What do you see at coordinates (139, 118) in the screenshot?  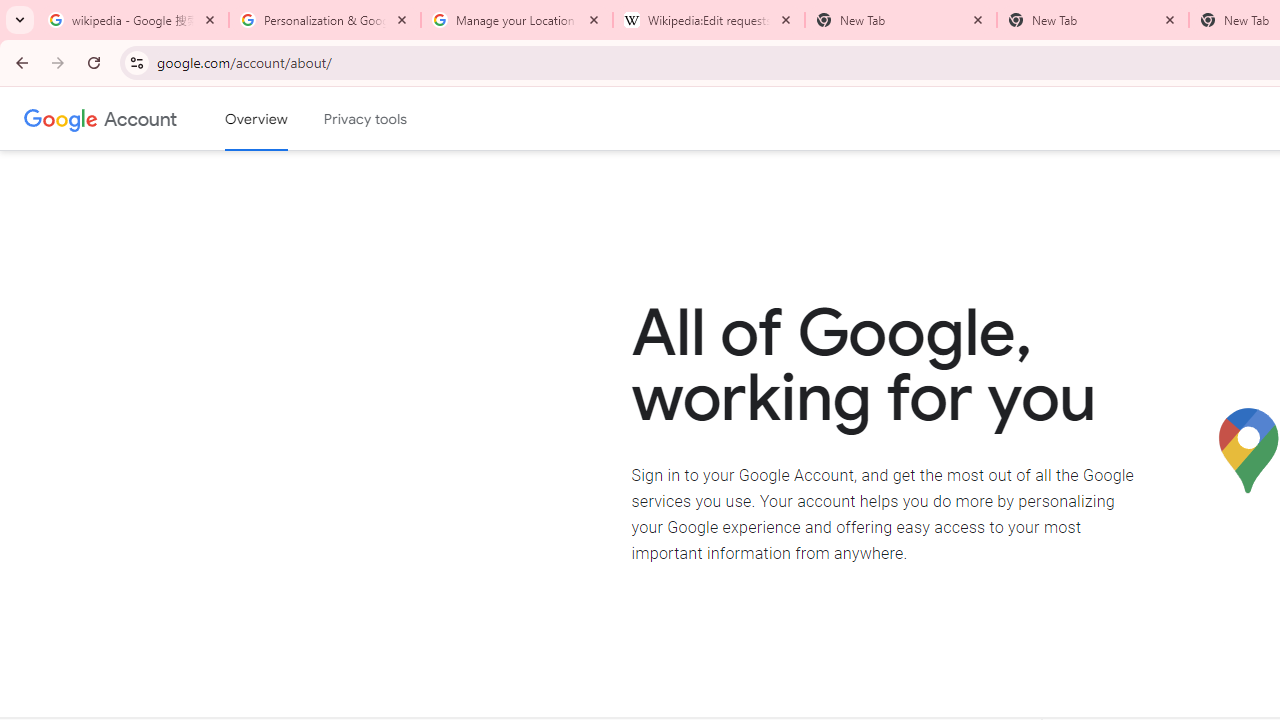 I see `'Google Account'` at bounding box center [139, 118].